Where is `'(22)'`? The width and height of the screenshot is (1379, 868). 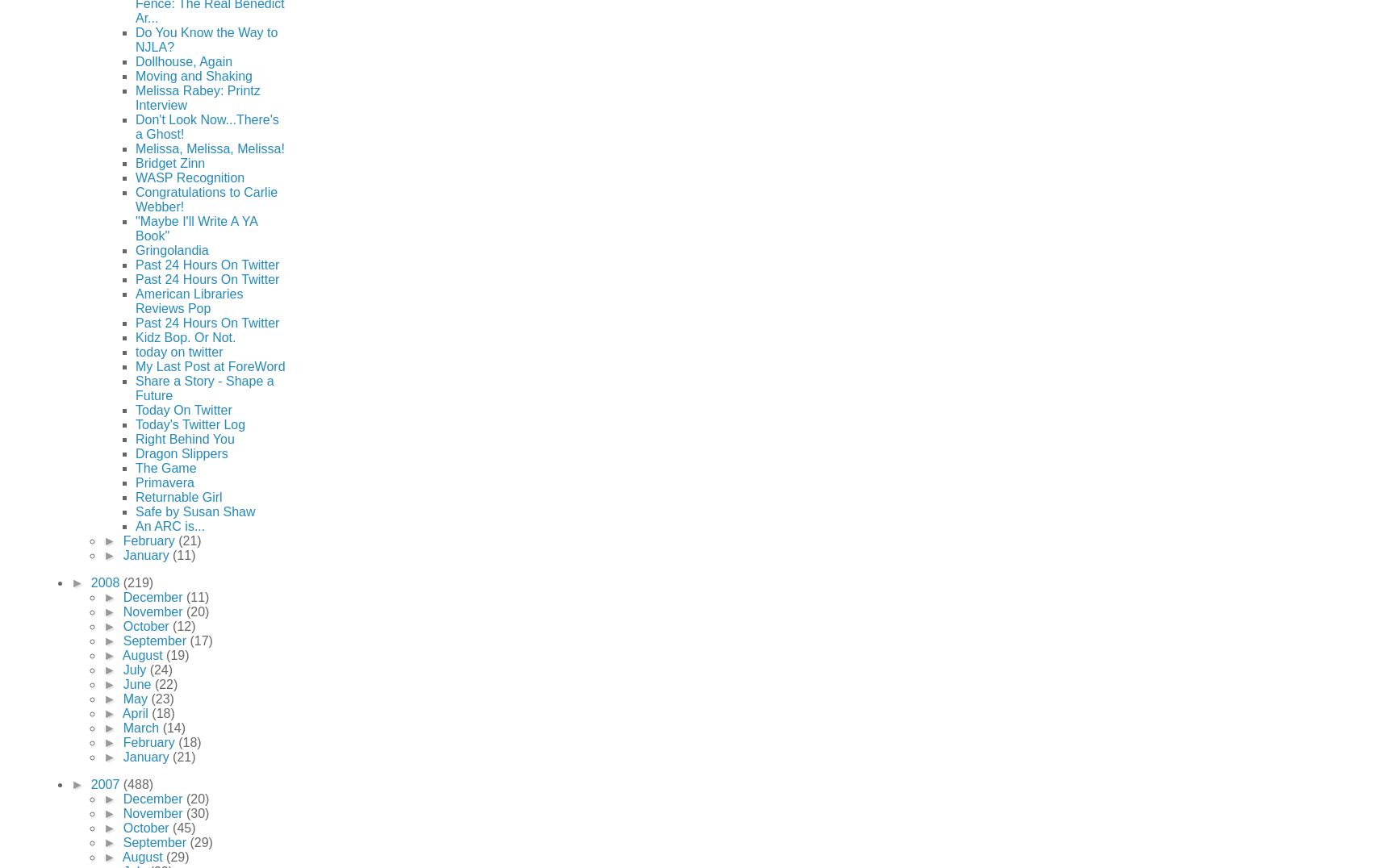 '(22)' is located at coordinates (165, 682).